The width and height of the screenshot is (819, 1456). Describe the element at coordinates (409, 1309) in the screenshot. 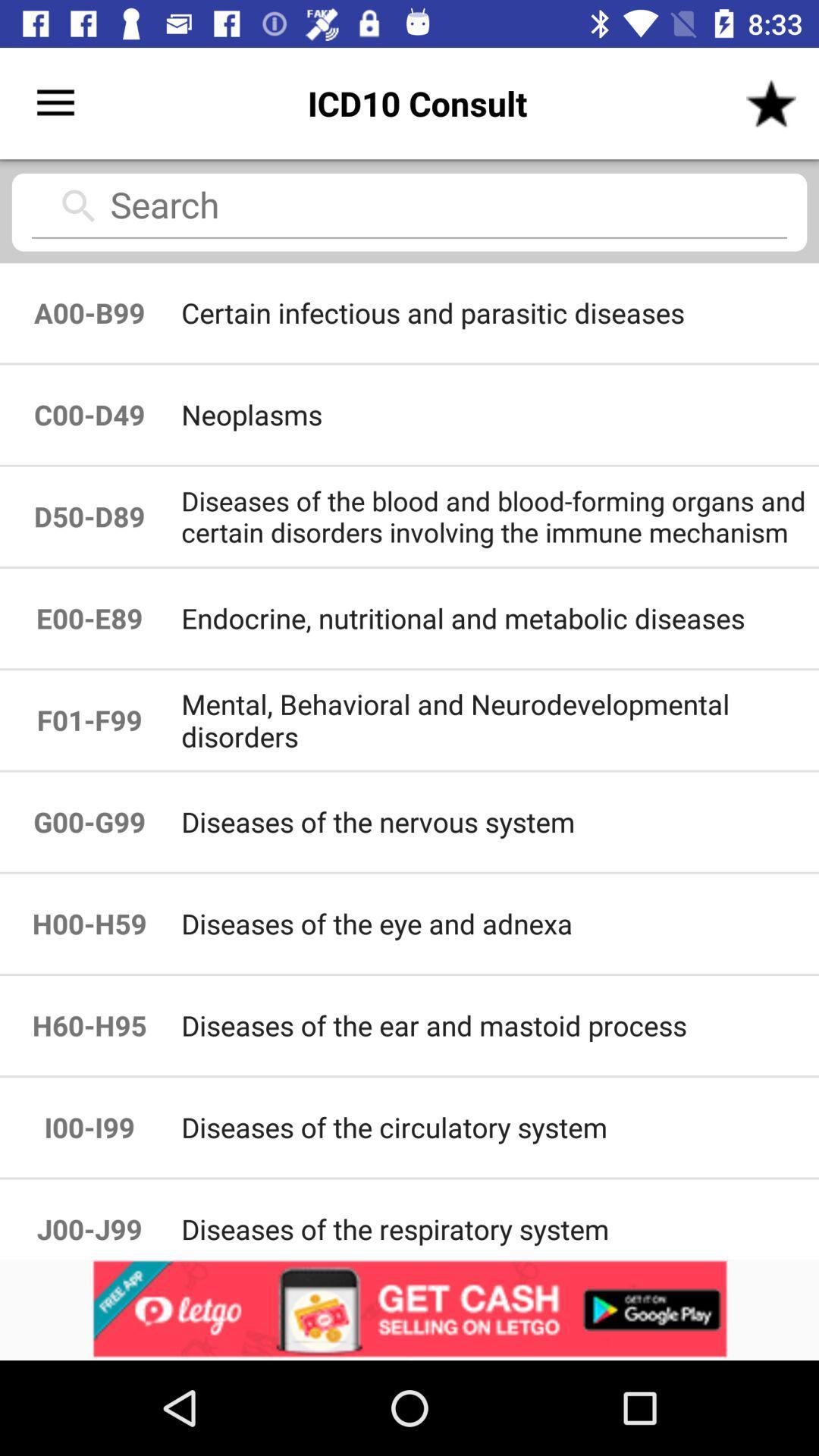

I see `it pop up add` at that location.